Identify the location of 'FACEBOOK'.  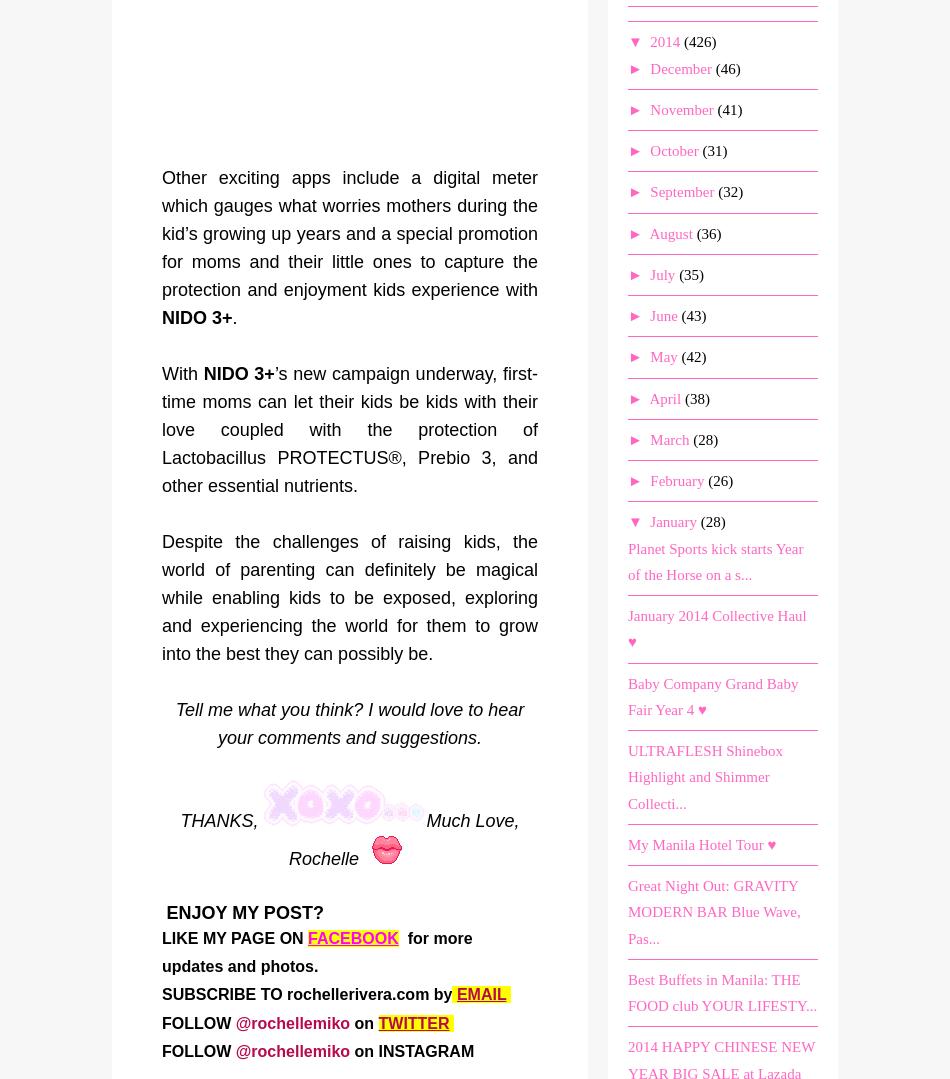
(352, 938).